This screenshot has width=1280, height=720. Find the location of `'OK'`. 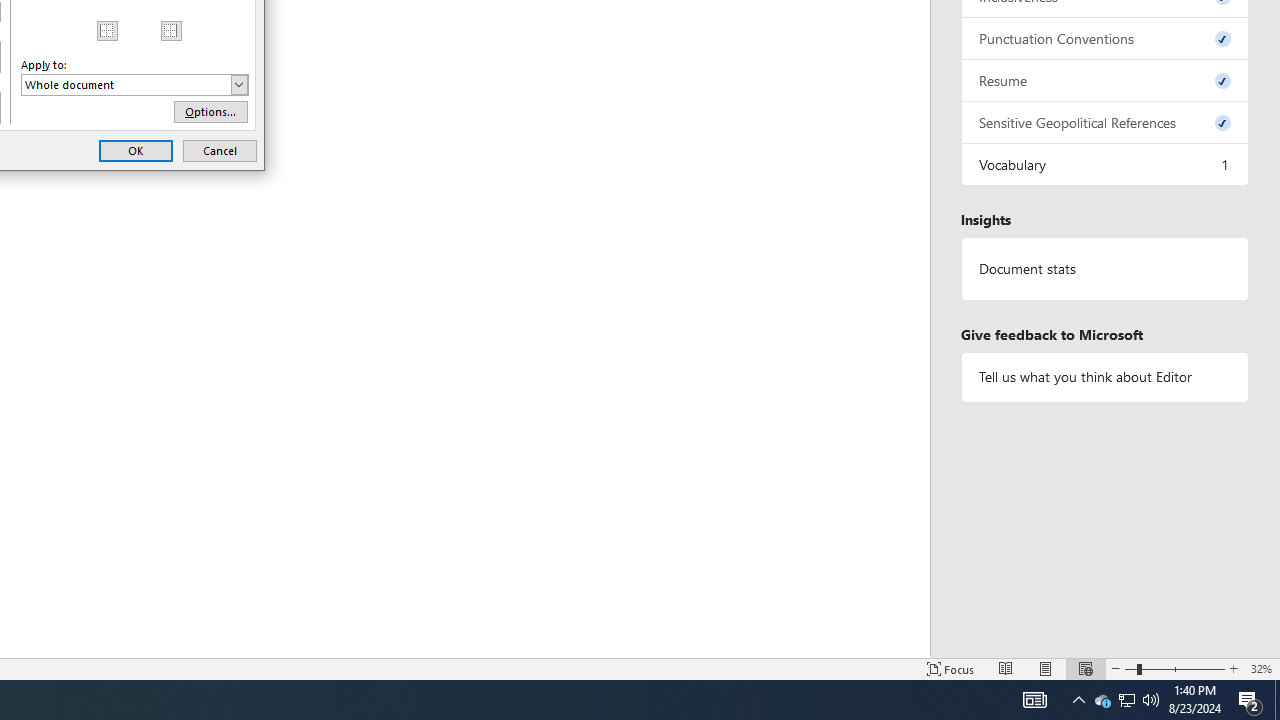

'OK' is located at coordinates (135, 149).